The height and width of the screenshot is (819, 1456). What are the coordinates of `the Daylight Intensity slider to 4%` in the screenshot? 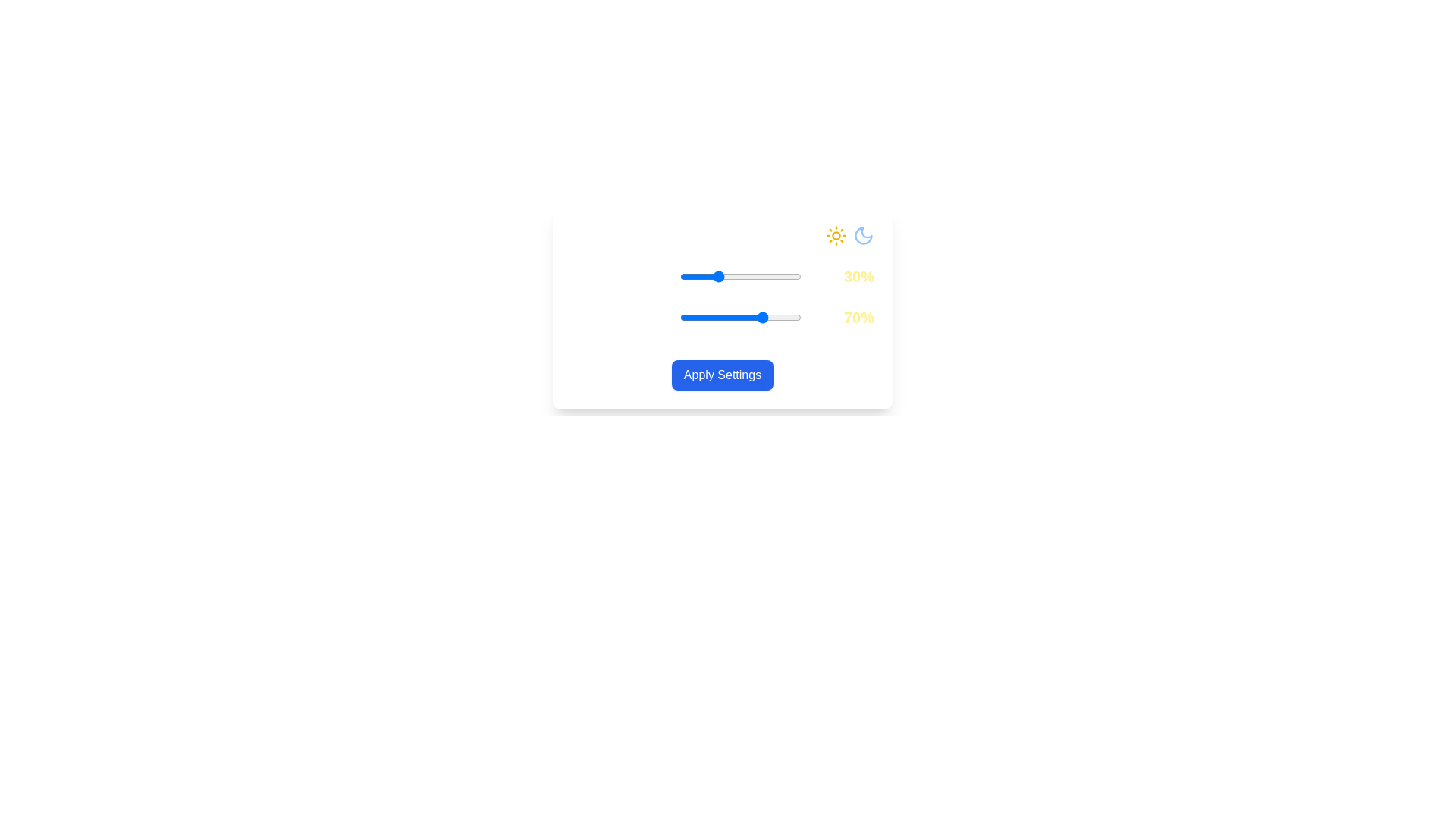 It's located at (684, 277).